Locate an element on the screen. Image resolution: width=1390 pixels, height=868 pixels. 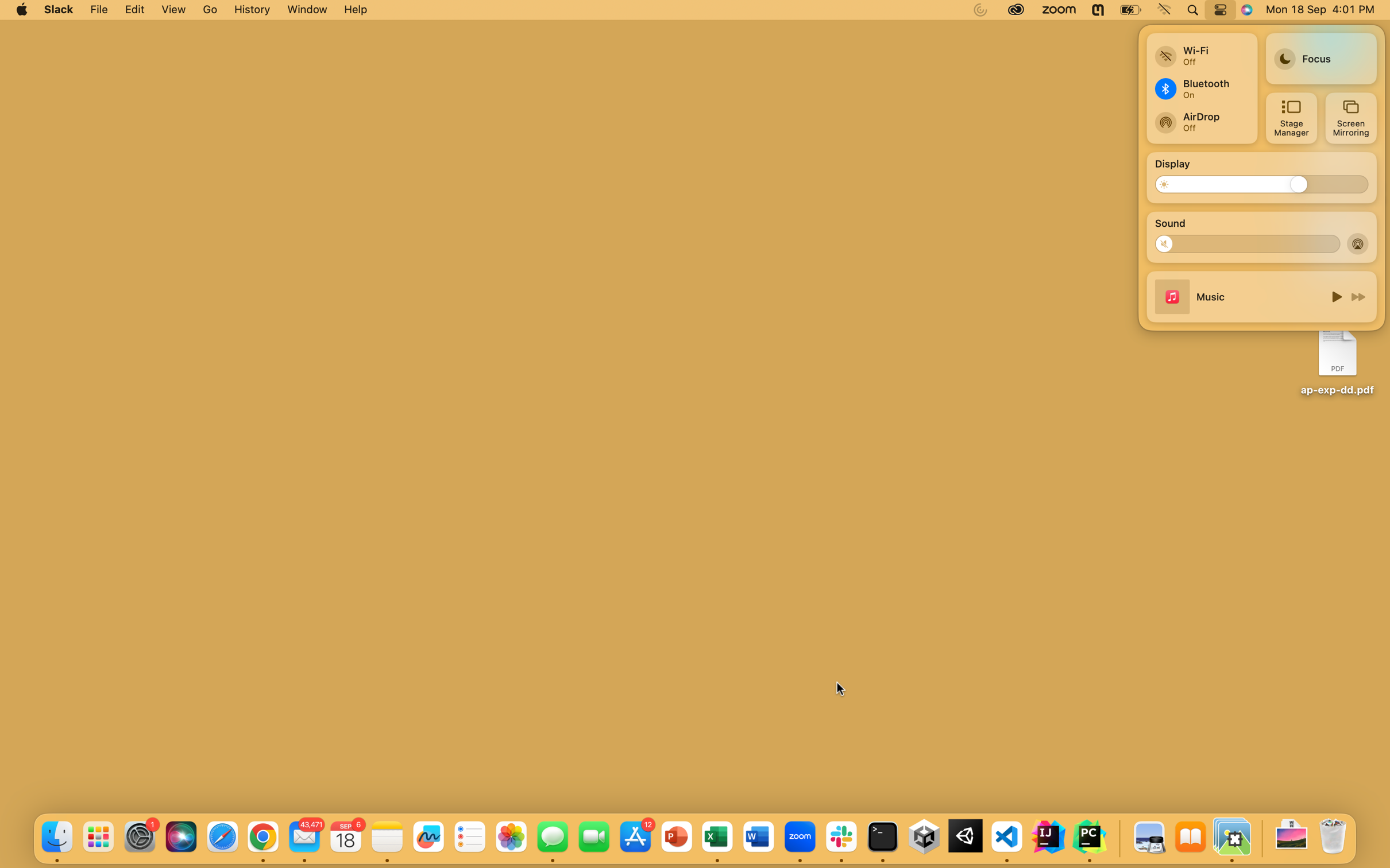
song playback and transition to the following song is located at coordinates (1334, 296).